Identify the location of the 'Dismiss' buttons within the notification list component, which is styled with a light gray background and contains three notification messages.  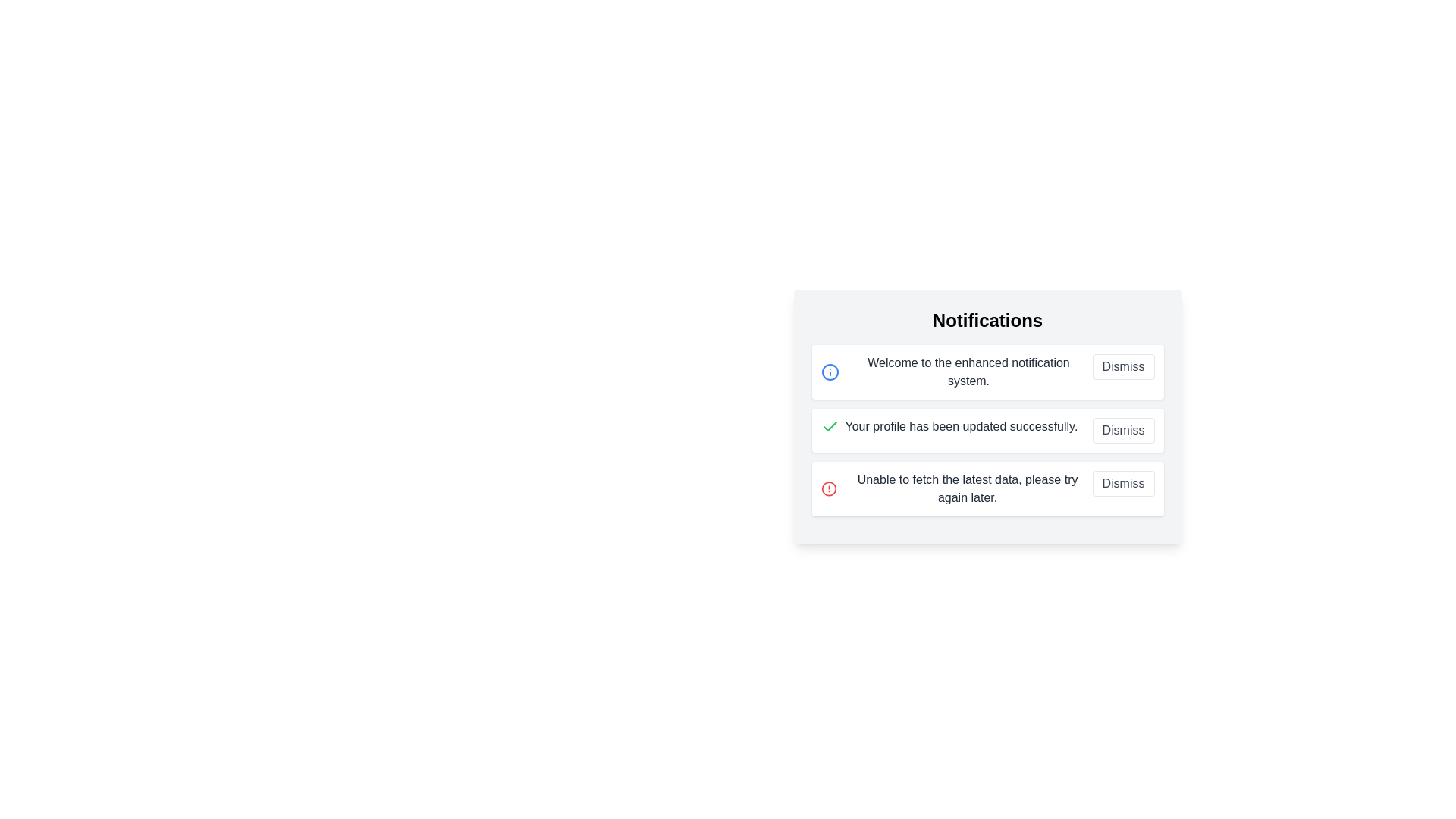
(987, 417).